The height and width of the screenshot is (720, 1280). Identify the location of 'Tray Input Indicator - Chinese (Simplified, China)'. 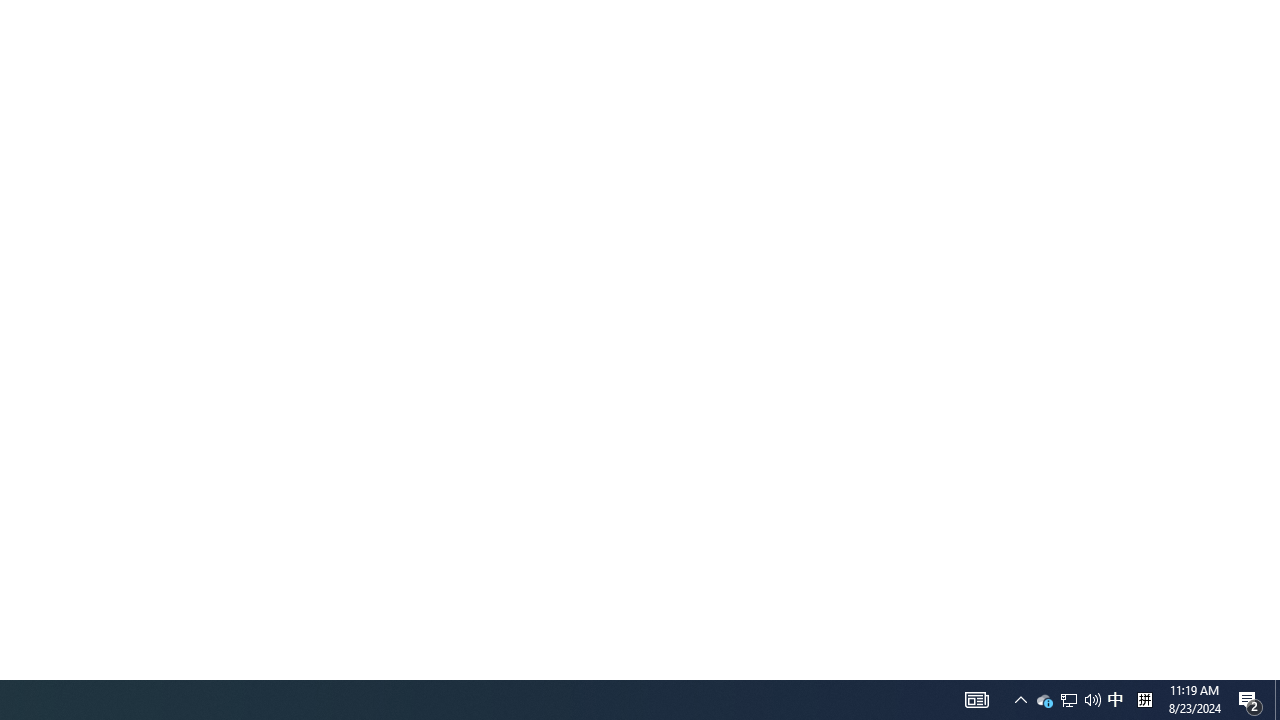
(1092, 698).